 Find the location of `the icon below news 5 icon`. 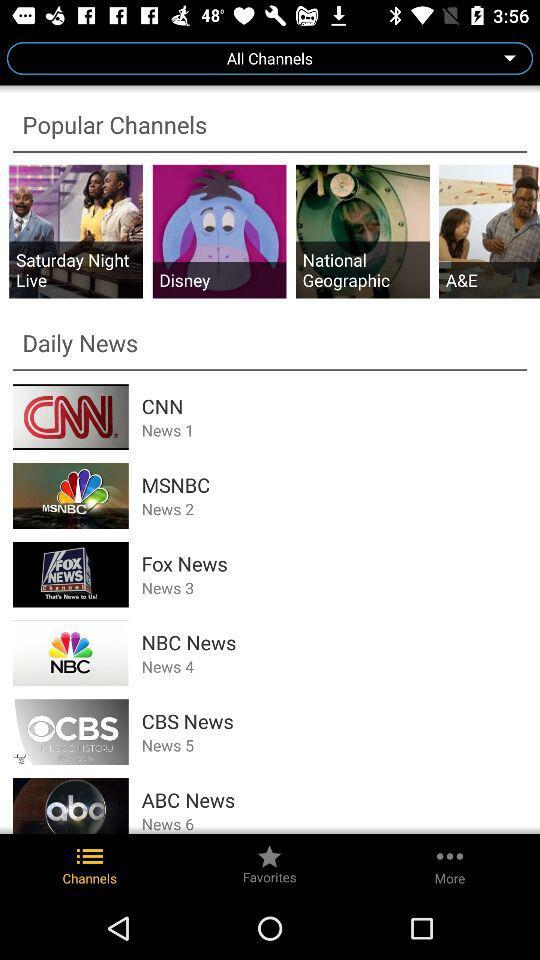

the icon below news 5 icon is located at coordinates (334, 800).